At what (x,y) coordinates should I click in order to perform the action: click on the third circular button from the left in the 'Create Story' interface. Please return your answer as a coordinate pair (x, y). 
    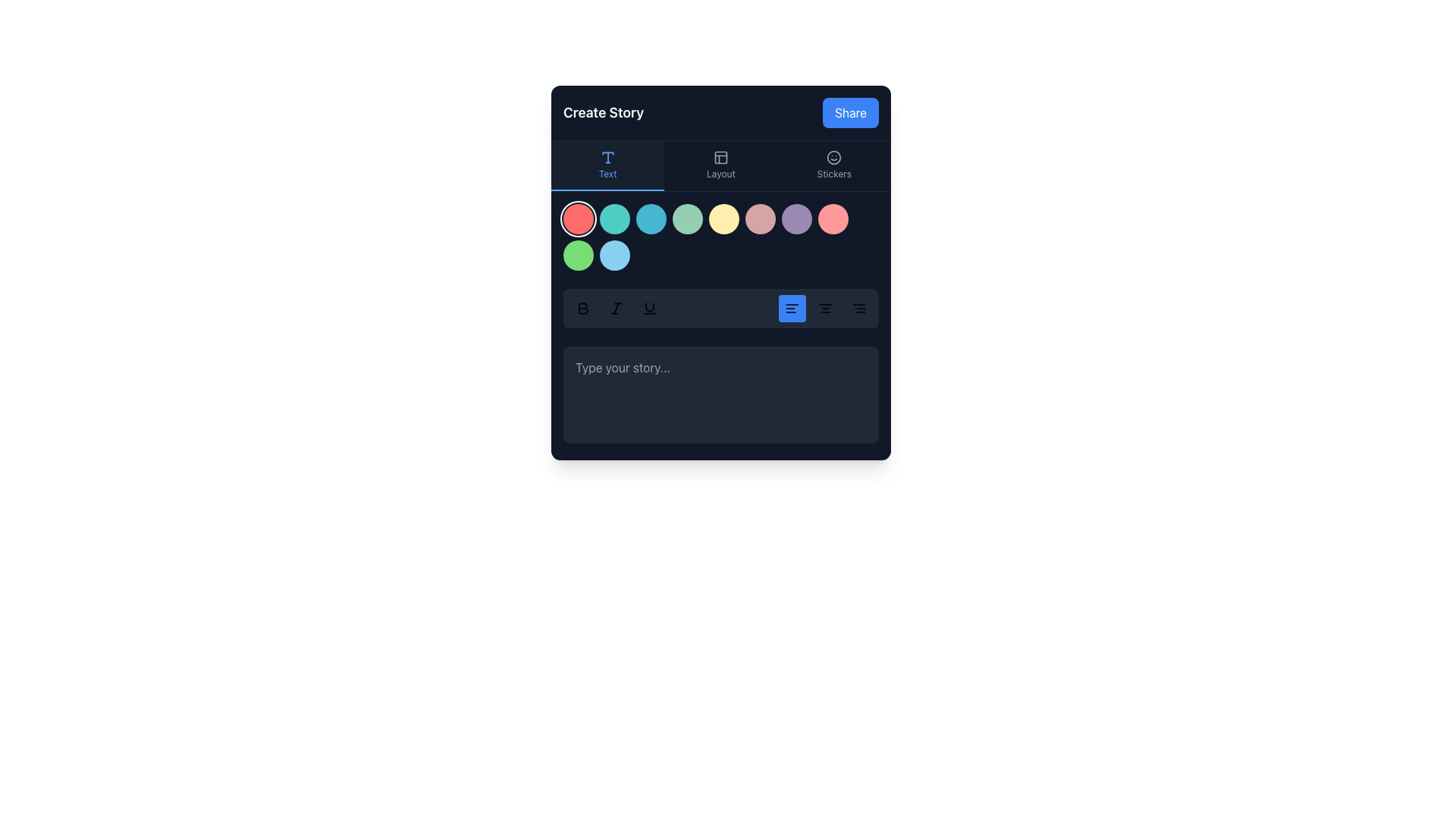
    Looking at the image, I should click on (651, 219).